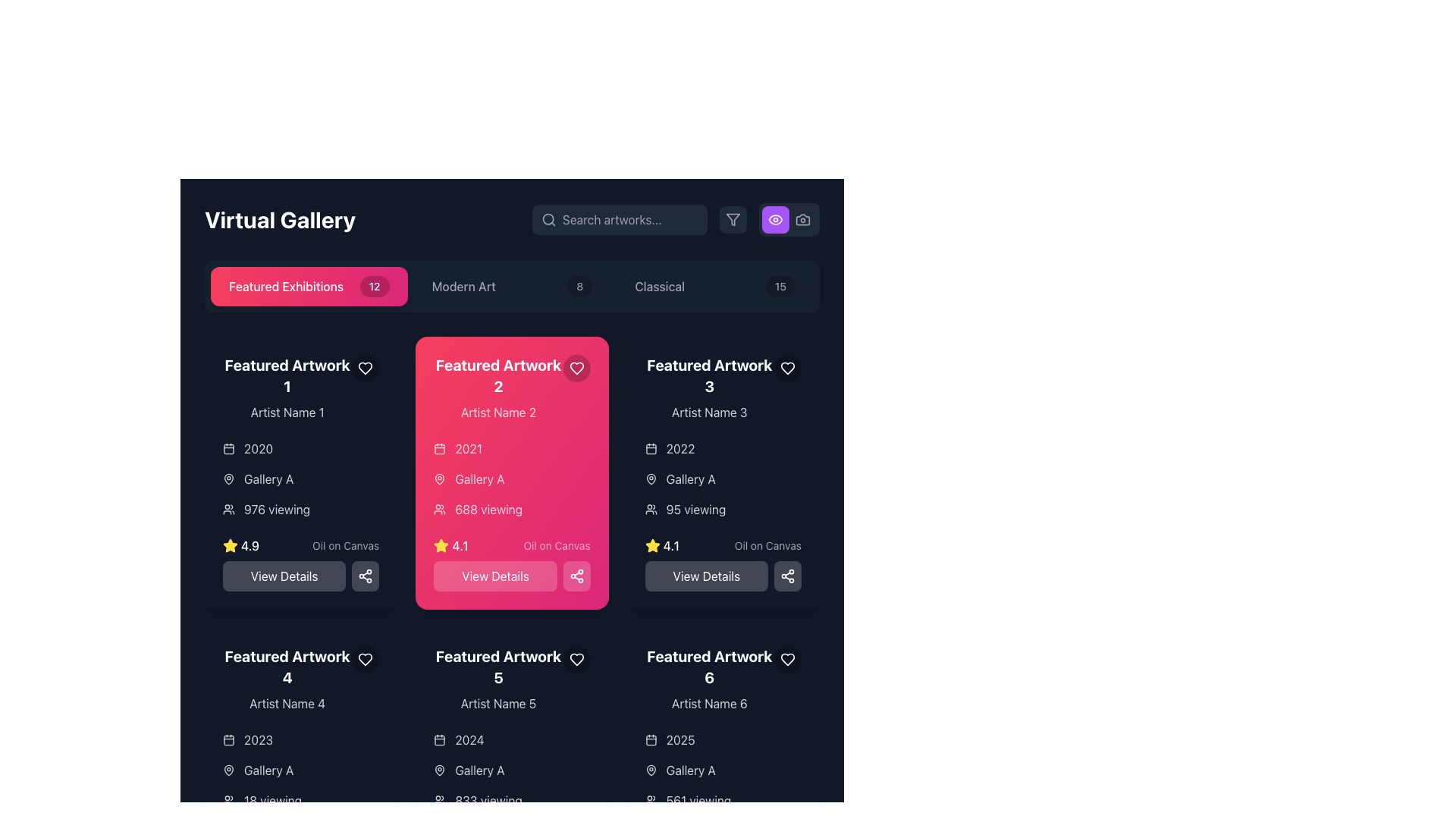  Describe the element at coordinates (301, 546) in the screenshot. I see `the composite informational element displaying the rating '4.9' and the medium 'Oil on Canvas' located in the bottom-left corner of the 'Featured Artwork 1' card` at that location.